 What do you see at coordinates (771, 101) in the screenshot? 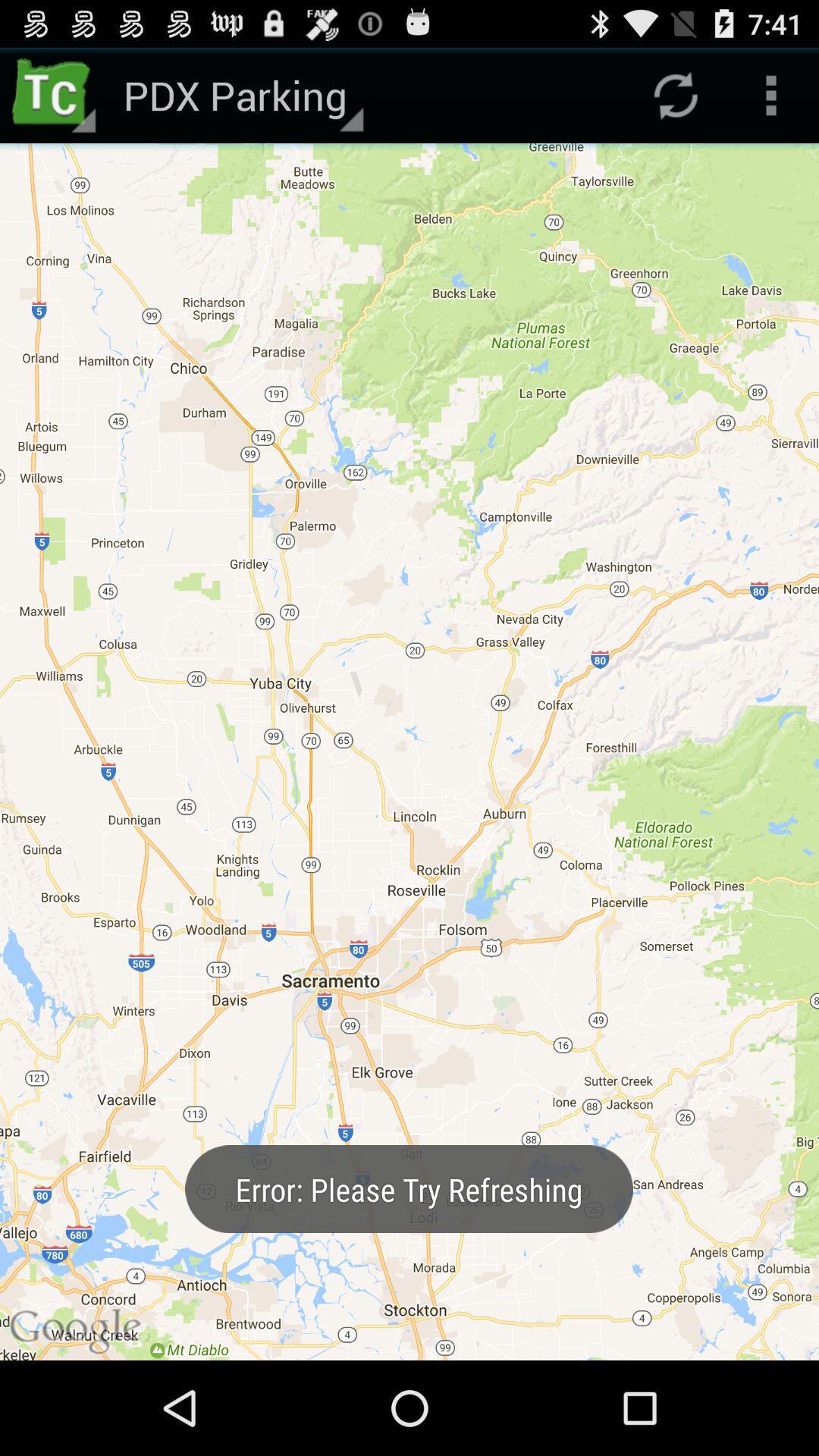
I see `the more icon` at bounding box center [771, 101].